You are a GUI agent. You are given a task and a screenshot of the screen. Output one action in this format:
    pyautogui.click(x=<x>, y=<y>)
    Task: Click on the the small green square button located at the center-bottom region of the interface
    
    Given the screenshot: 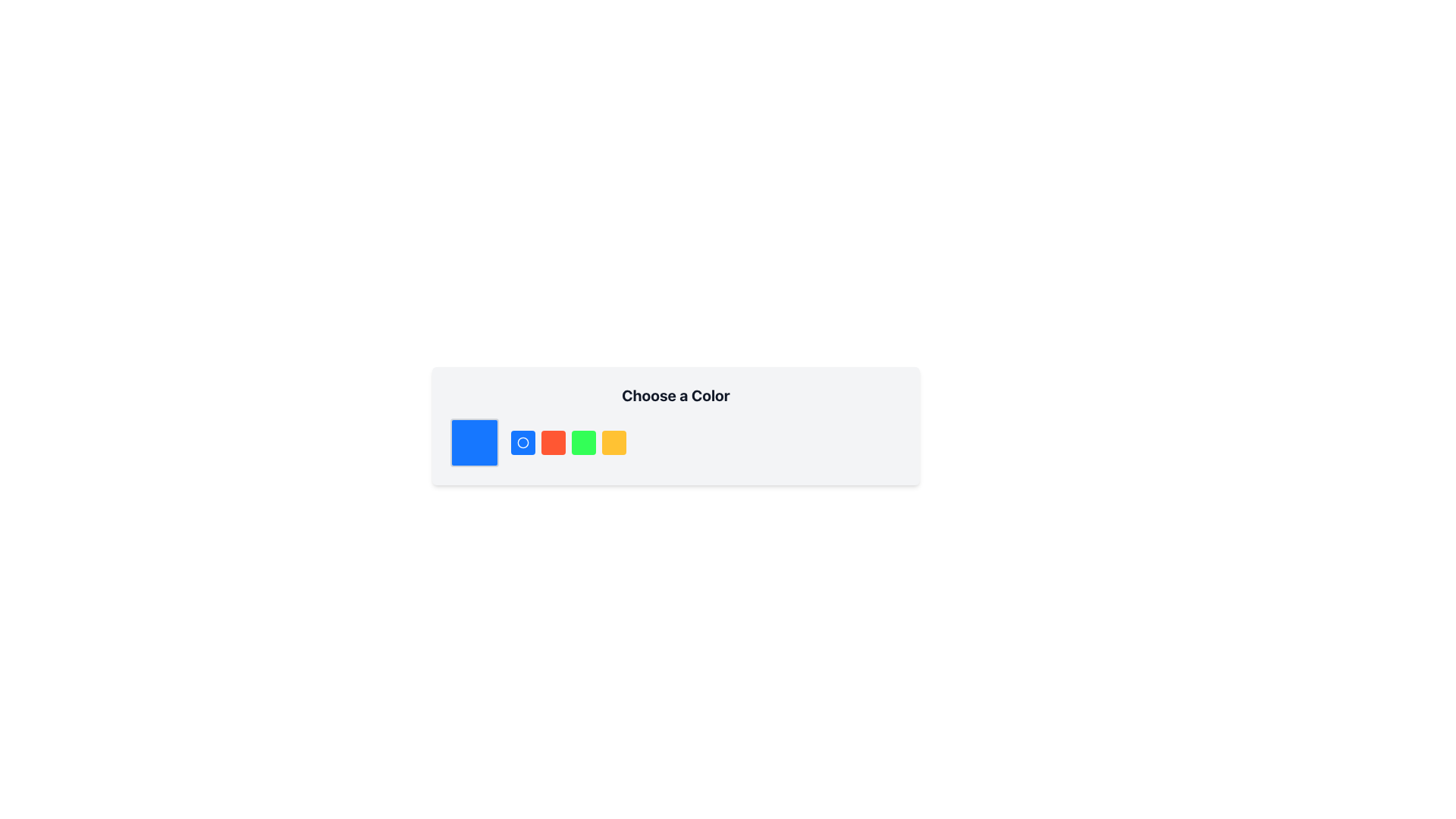 What is the action you would take?
    pyautogui.click(x=582, y=442)
    